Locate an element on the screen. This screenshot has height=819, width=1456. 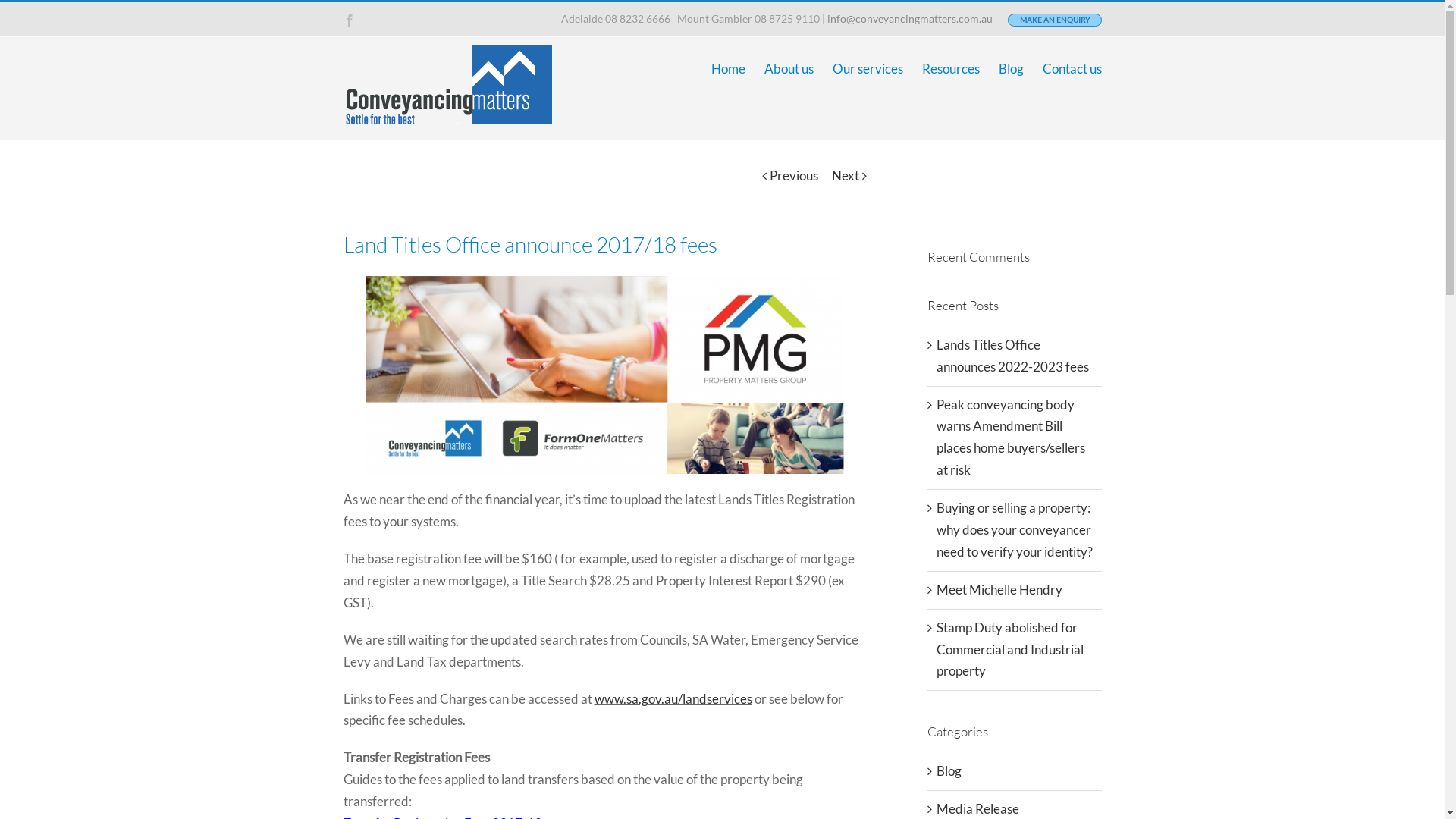
'Stamp Duty abolished for Commercial and Industrial property' is located at coordinates (1009, 648).